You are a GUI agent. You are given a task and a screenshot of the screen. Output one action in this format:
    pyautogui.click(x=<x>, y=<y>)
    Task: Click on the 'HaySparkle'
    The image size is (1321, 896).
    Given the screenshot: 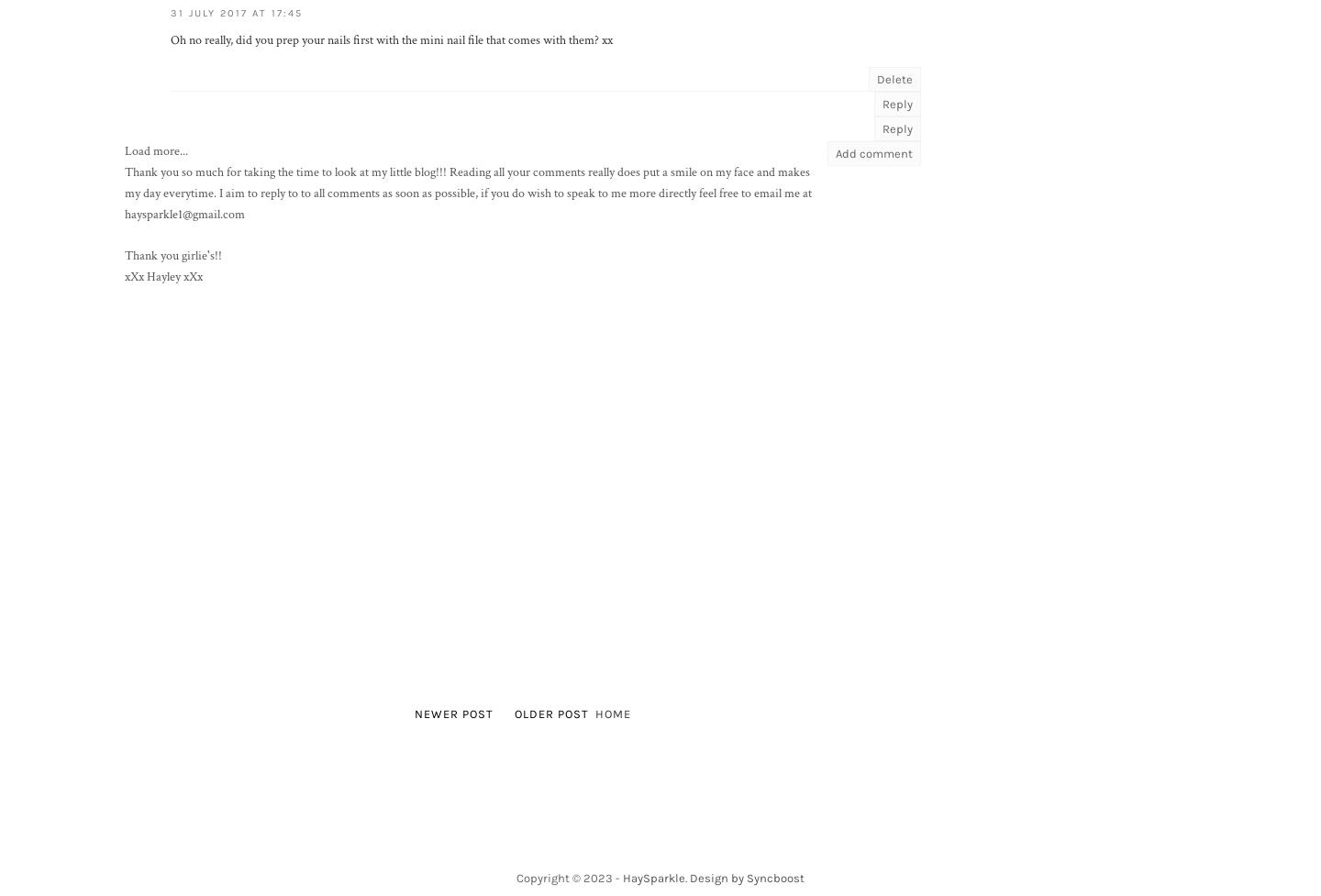 What is the action you would take?
    pyautogui.click(x=653, y=876)
    